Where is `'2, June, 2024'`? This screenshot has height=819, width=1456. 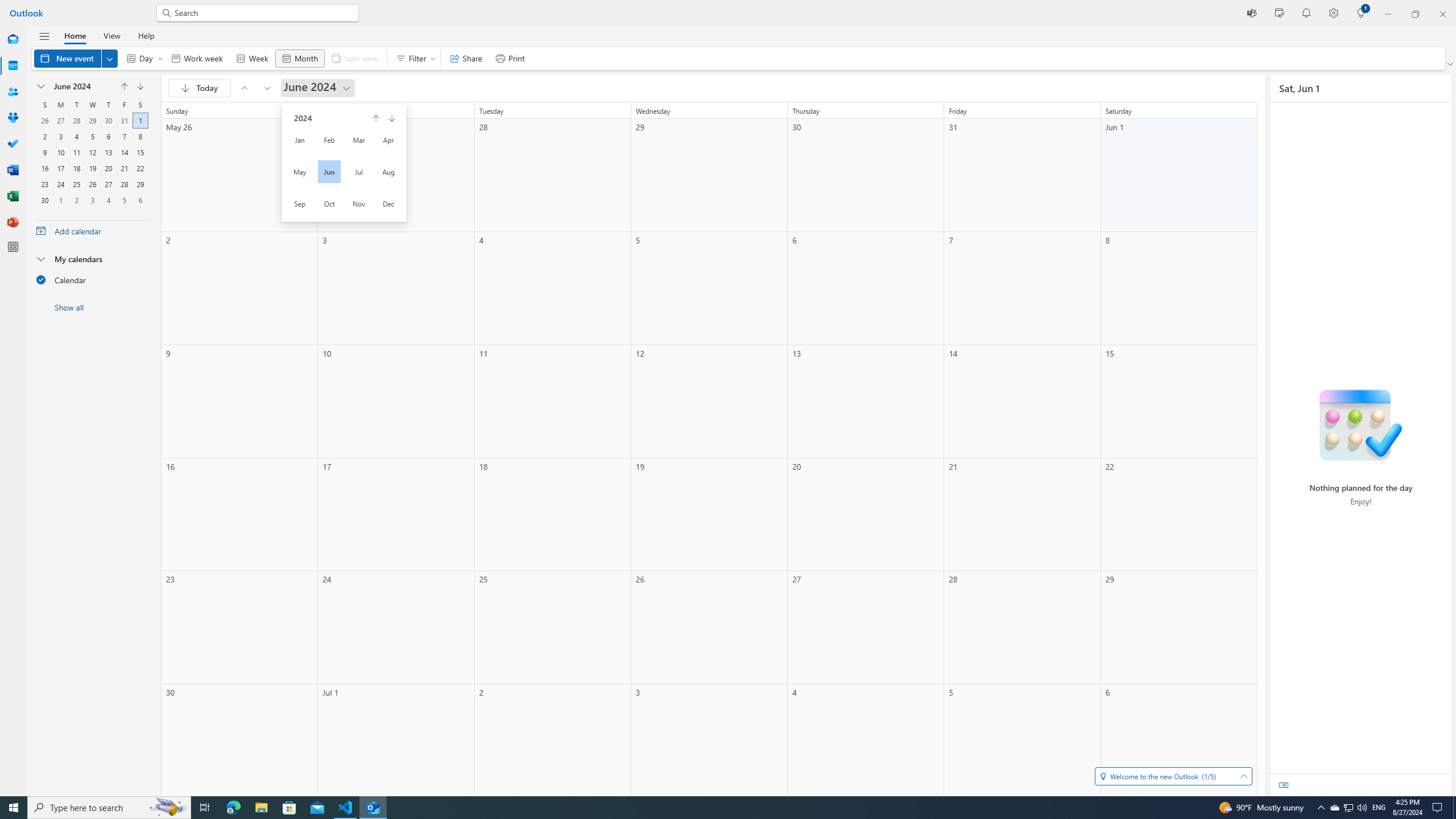
'2, June, 2024' is located at coordinates (44, 135).